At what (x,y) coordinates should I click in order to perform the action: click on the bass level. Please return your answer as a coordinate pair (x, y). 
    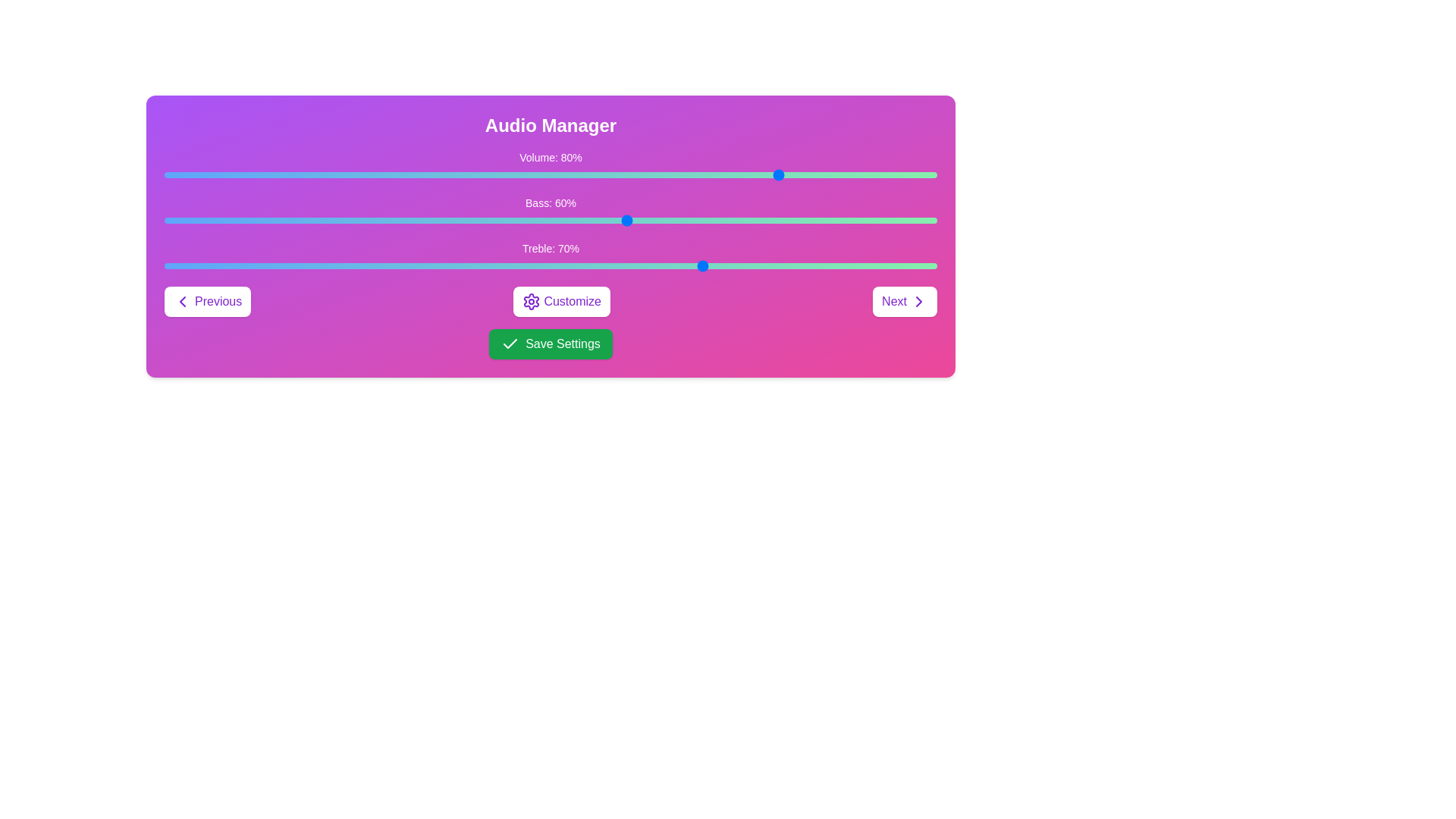
    Looking at the image, I should click on (720, 220).